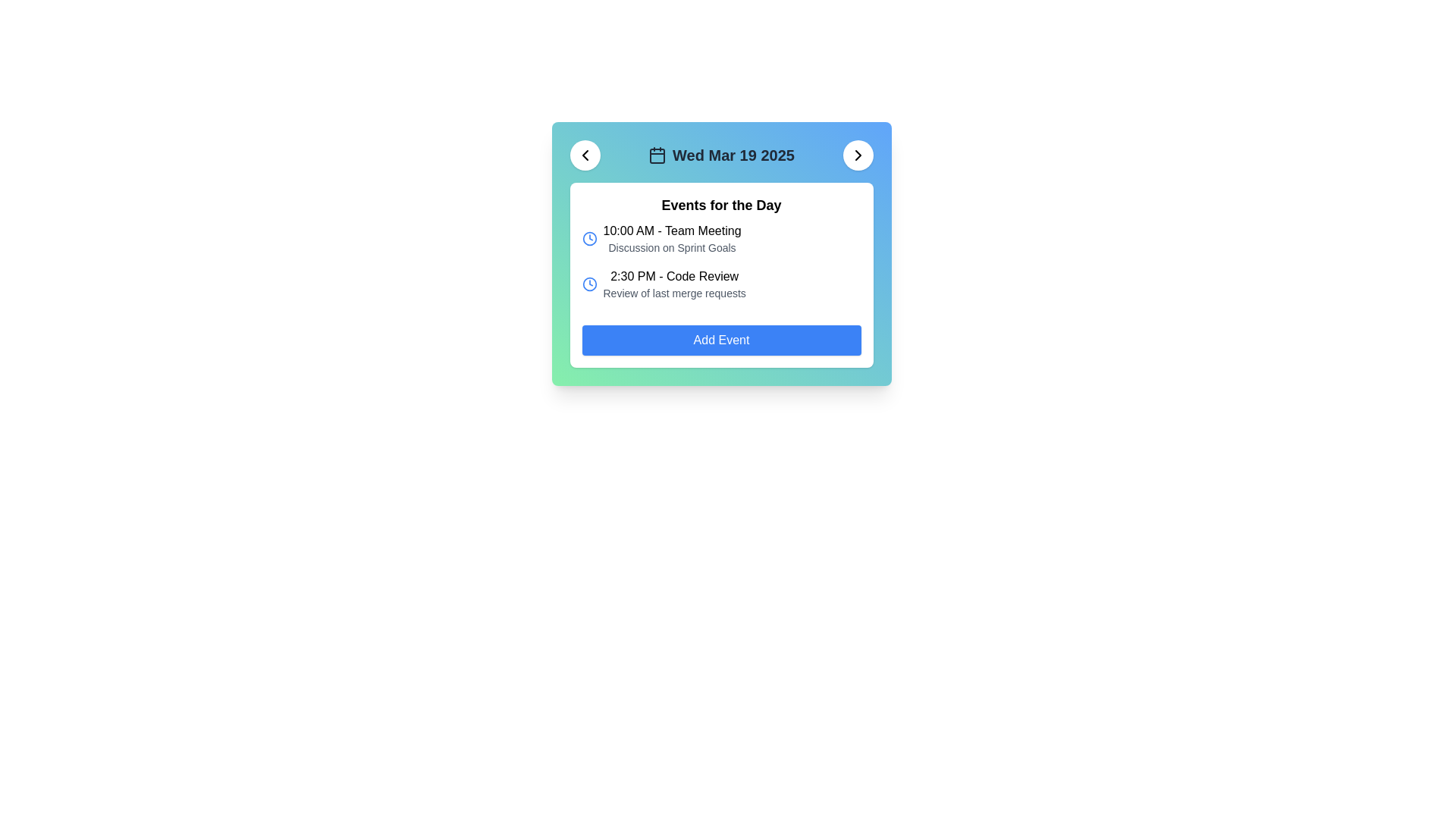  Describe the element at coordinates (673, 293) in the screenshot. I see `the text label that provides additional descriptive information about the '2:30 PM - Code Review' event, which is positioned directly beneath the event title in the main content section under the 'Events for the Day' header` at that location.